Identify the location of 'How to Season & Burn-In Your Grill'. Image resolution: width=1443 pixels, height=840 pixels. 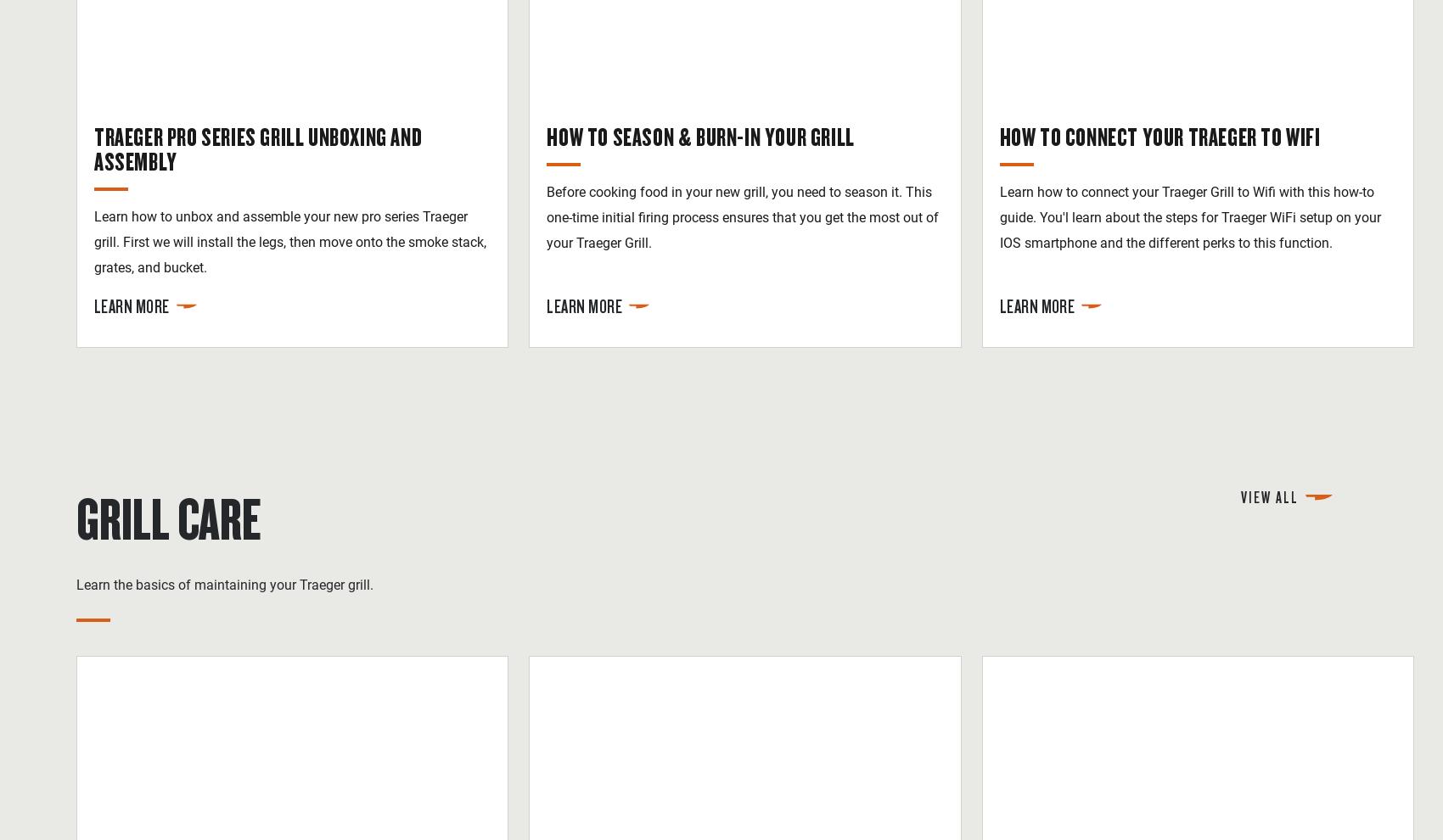
(699, 135).